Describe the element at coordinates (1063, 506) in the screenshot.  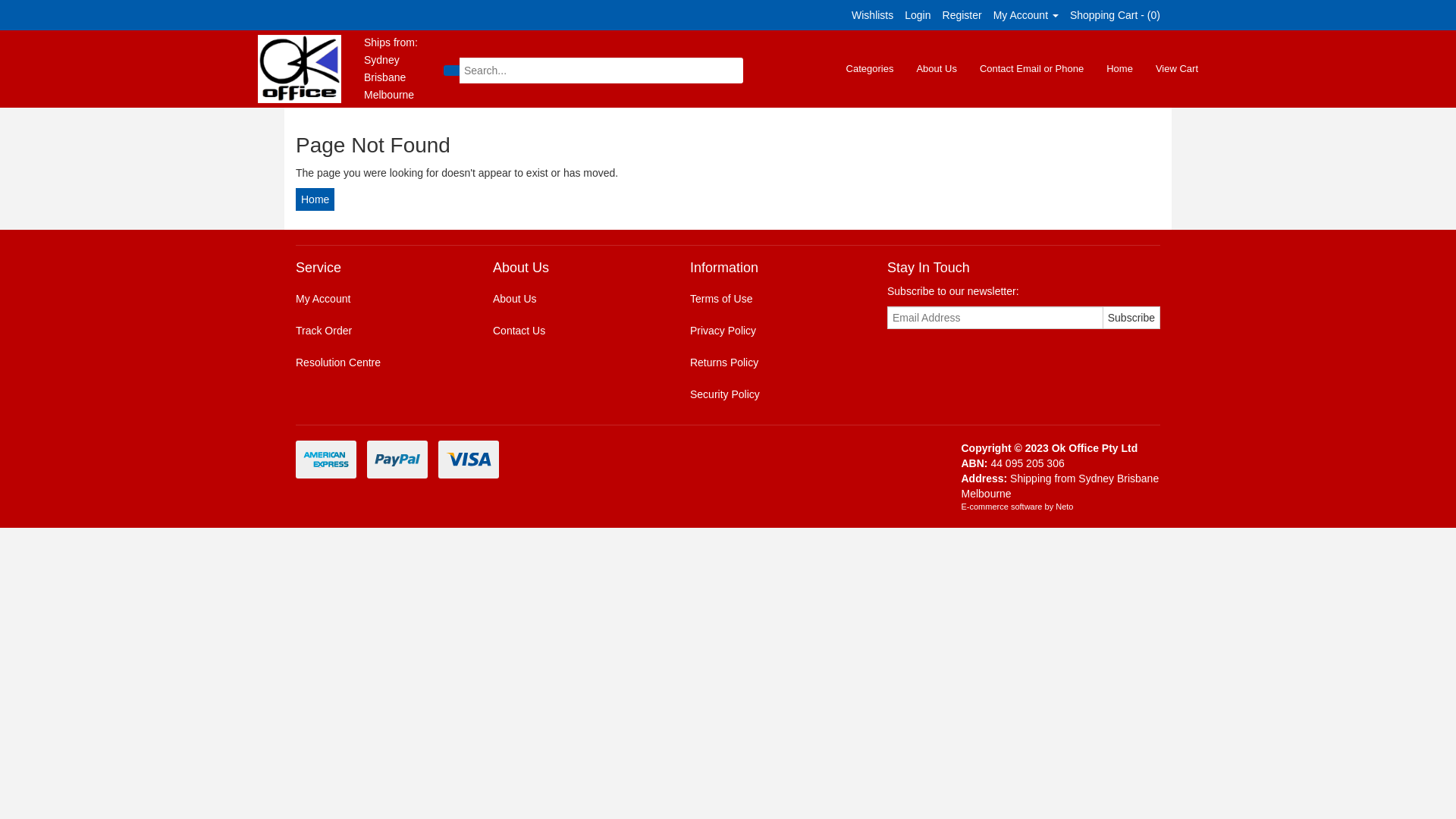
I see `'Neto'` at that location.